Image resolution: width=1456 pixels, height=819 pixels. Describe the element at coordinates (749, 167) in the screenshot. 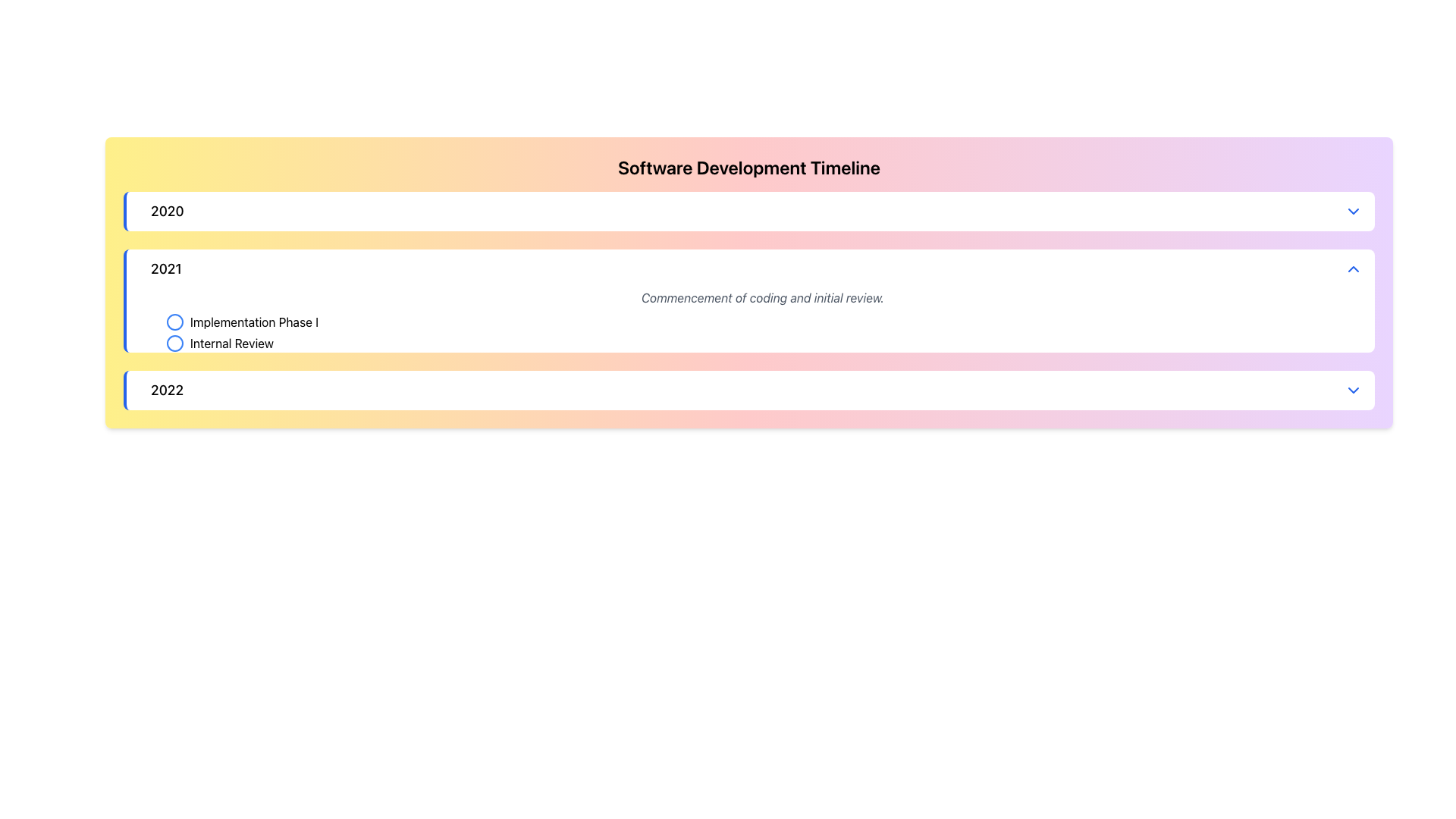

I see `the Text heading located at the top-most section of the interface, which serves as a title providing context for the content below` at that location.